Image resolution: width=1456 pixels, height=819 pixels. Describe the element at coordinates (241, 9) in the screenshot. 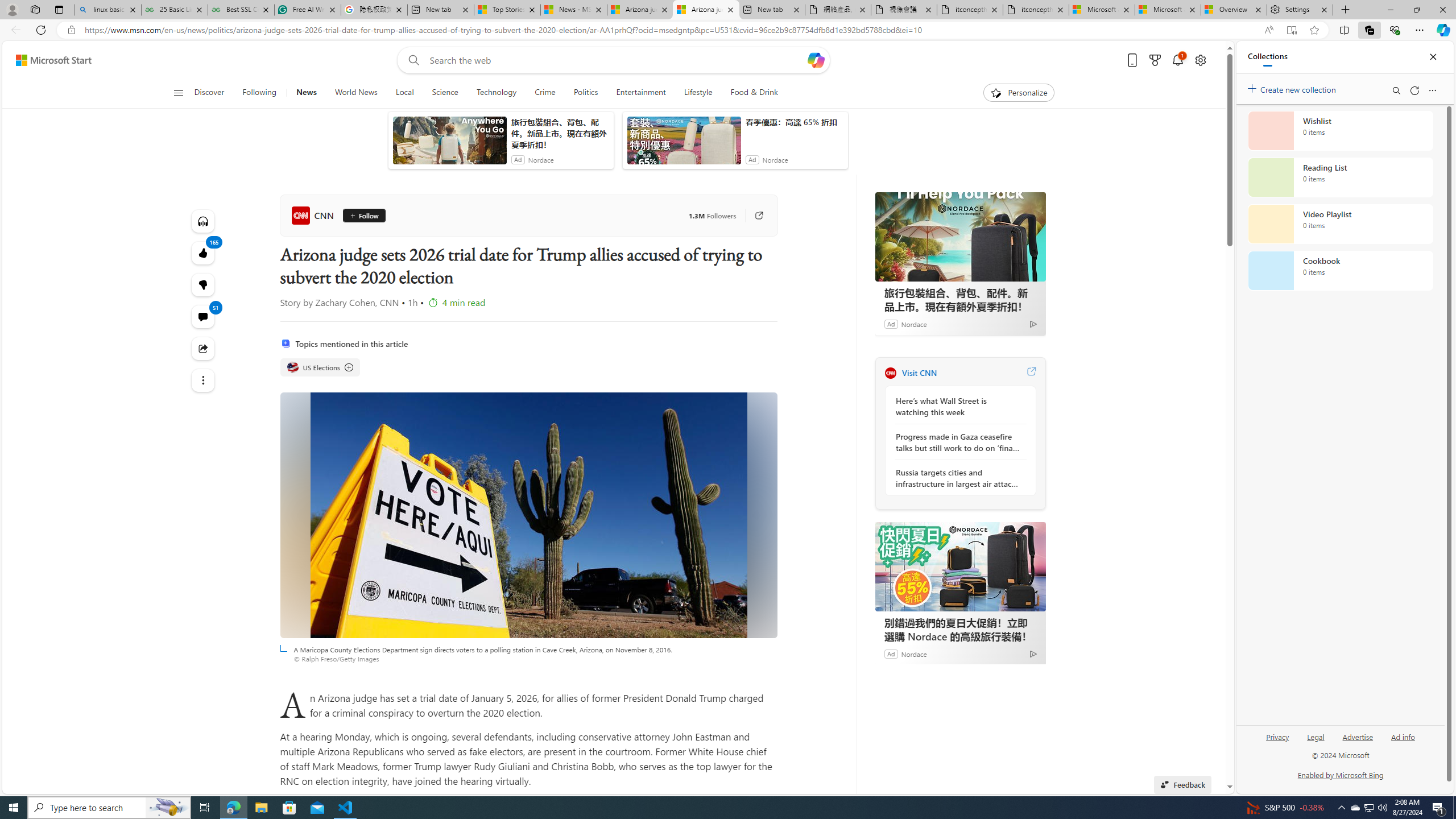

I see `'Best SSL Certificates Provider in India - GeeksforGeeks'` at that location.